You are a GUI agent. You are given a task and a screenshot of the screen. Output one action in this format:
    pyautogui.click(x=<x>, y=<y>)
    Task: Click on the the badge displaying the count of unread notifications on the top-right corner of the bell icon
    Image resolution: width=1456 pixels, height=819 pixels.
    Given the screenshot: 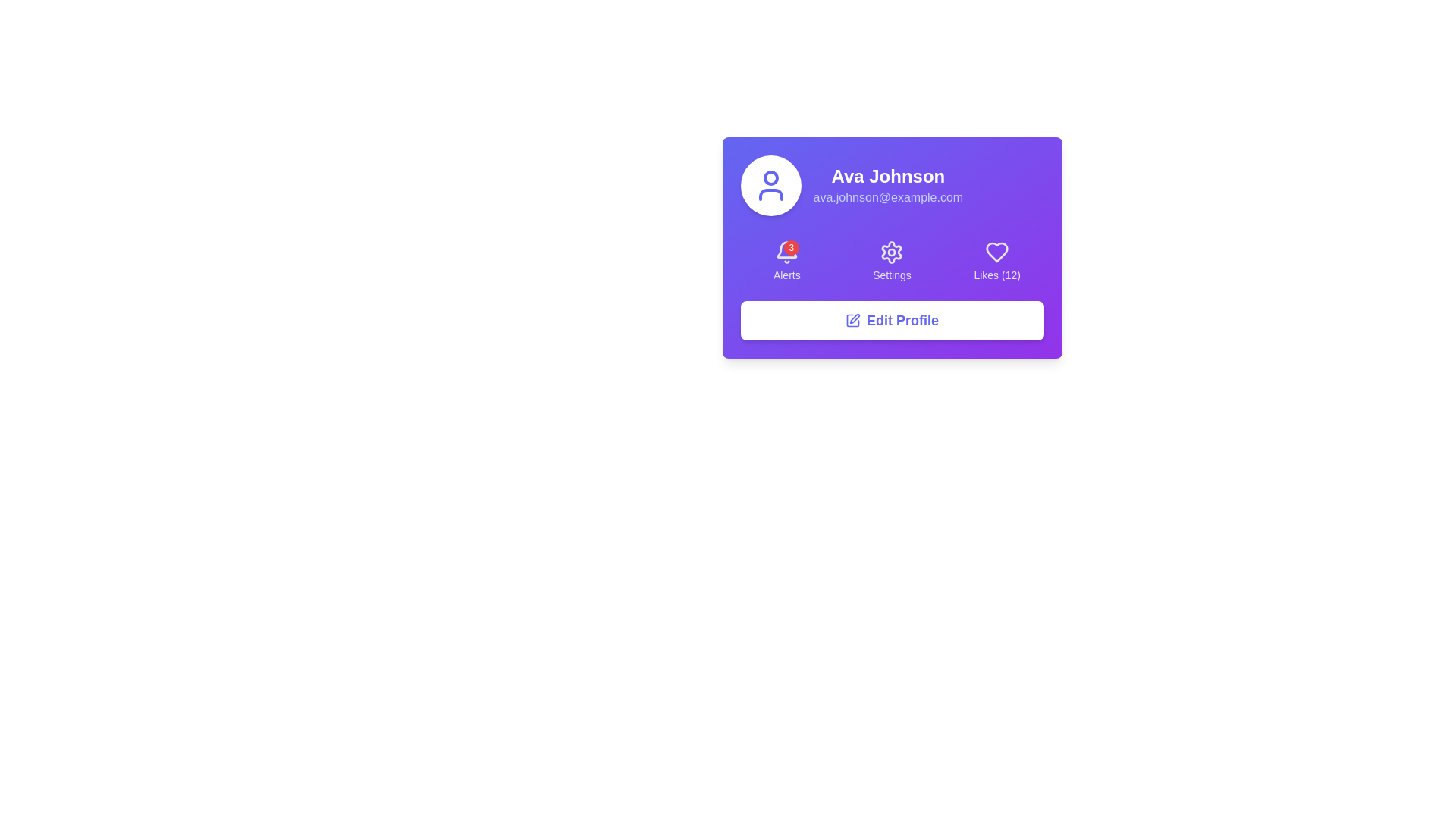 What is the action you would take?
    pyautogui.click(x=790, y=247)
    